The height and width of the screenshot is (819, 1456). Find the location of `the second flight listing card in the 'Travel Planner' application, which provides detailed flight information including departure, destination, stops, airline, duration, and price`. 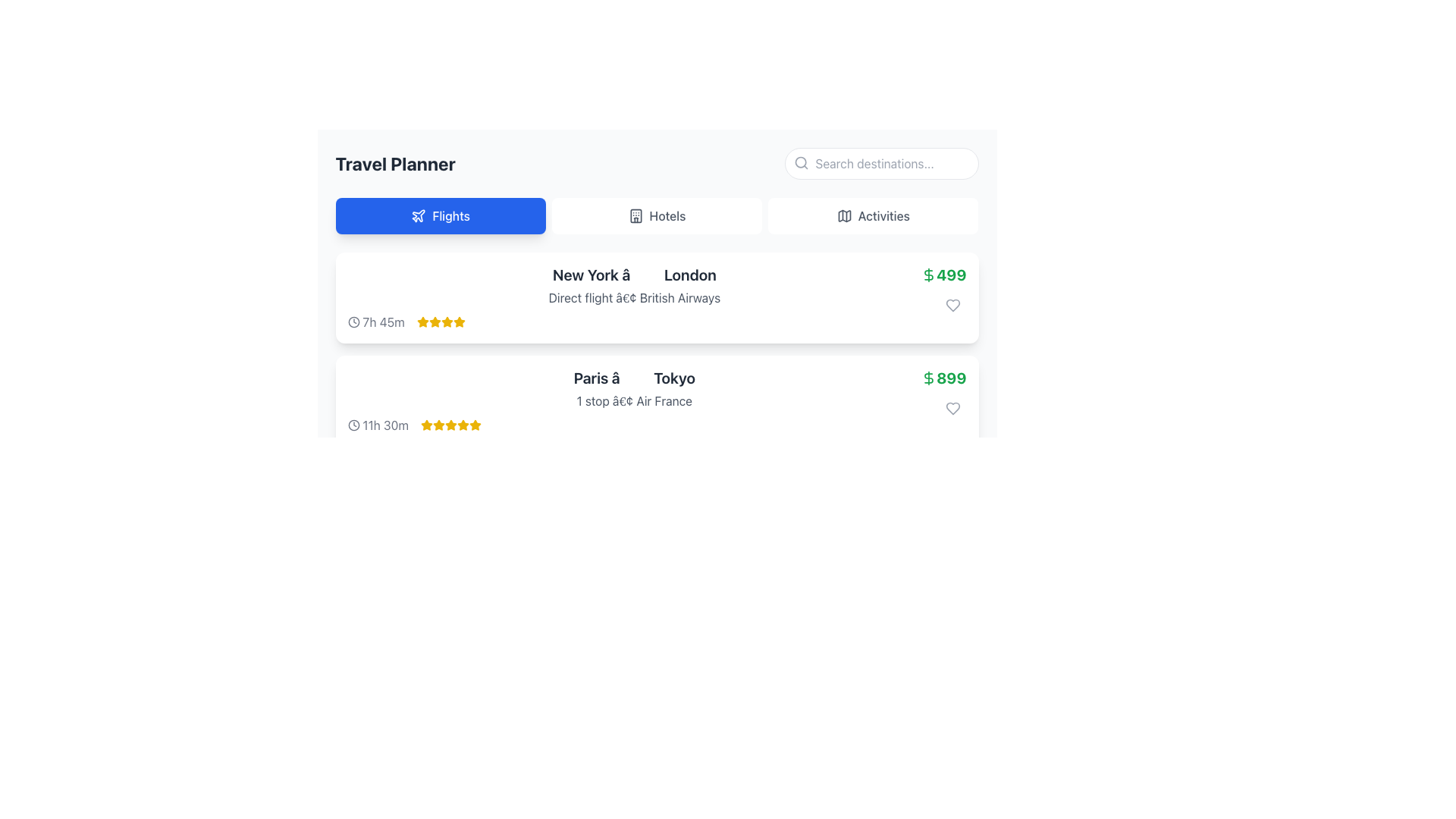

the second flight listing card in the 'Travel Planner' application, which provides detailed flight information including departure, destination, stops, airline, duration, and price is located at coordinates (657, 400).